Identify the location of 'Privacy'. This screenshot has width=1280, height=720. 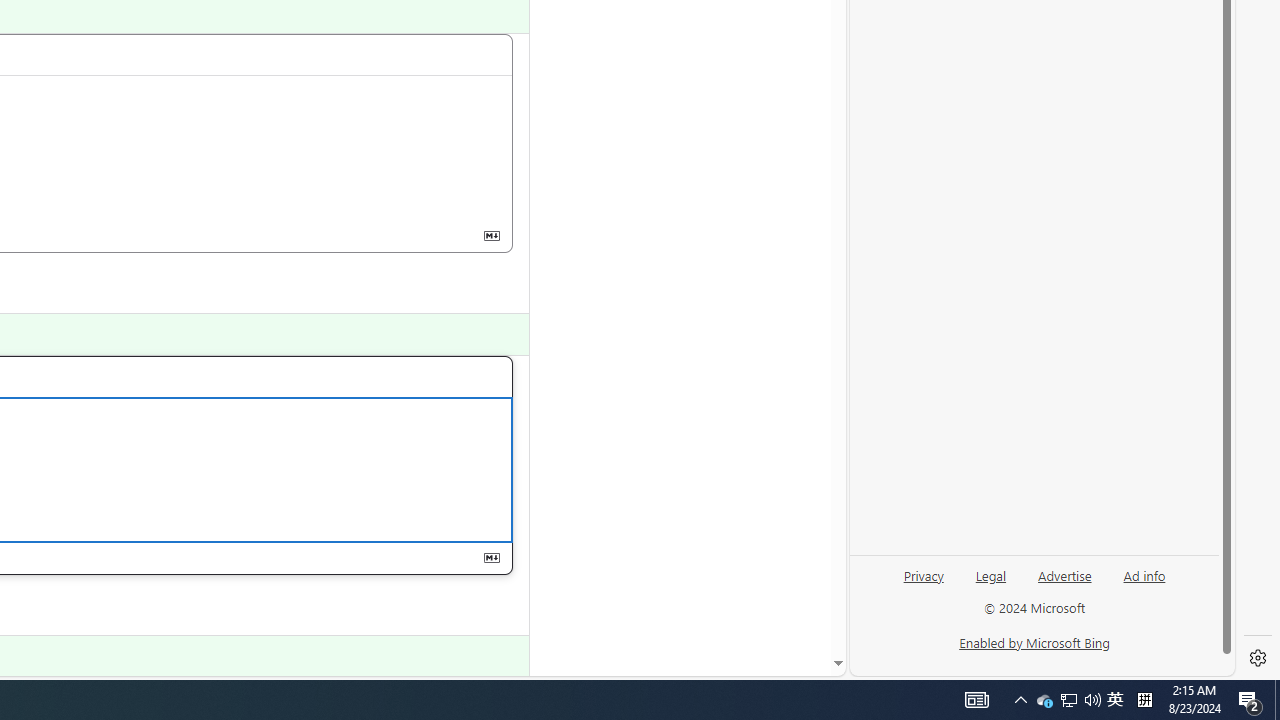
(922, 574).